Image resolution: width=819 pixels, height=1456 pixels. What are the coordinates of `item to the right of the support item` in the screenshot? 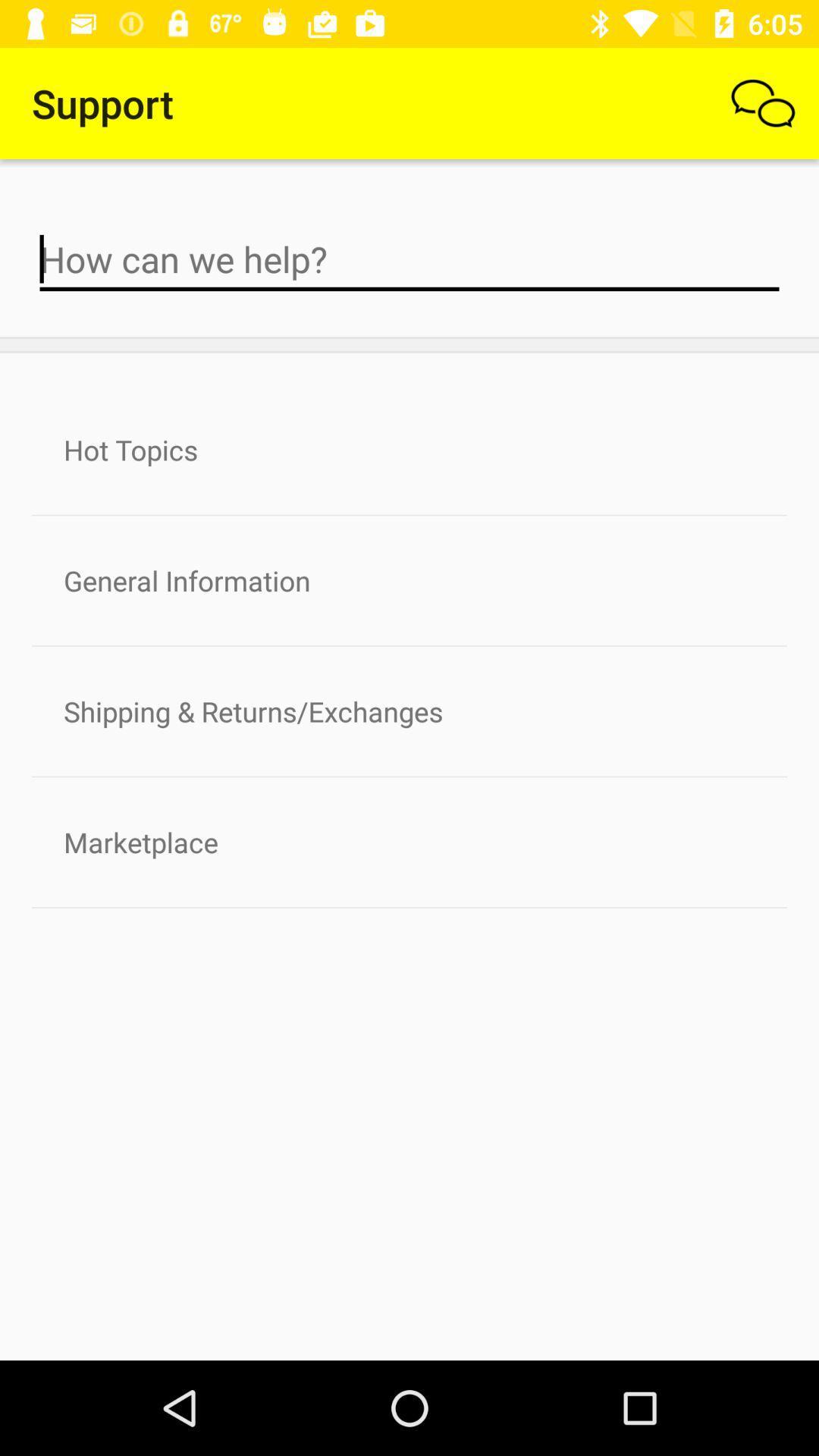 It's located at (763, 102).